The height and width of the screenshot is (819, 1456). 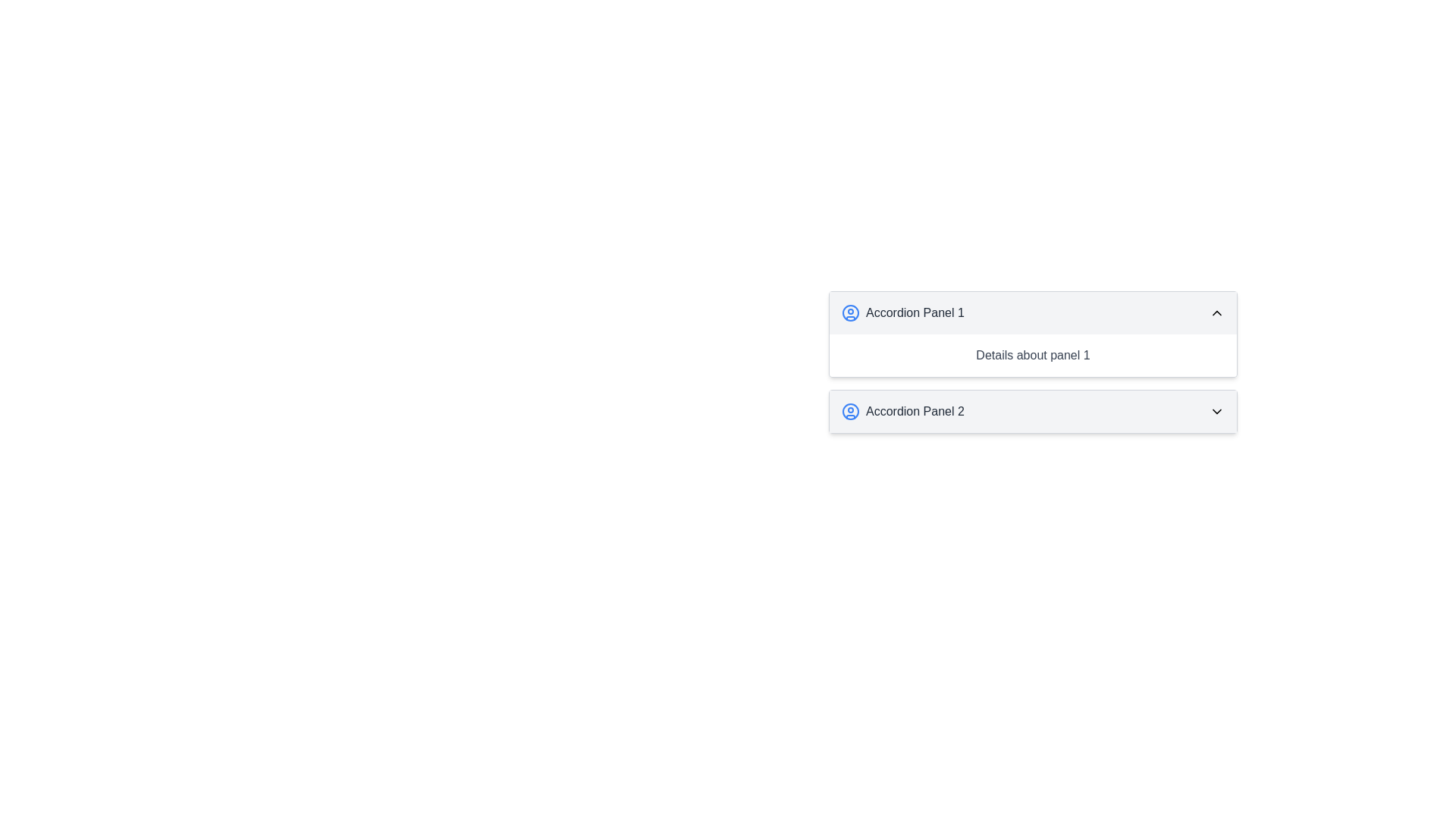 What do you see at coordinates (914, 412) in the screenshot?
I see `the text label that identifies the associated panel within the accordion interface, located to the right of the user icon` at bounding box center [914, 412].